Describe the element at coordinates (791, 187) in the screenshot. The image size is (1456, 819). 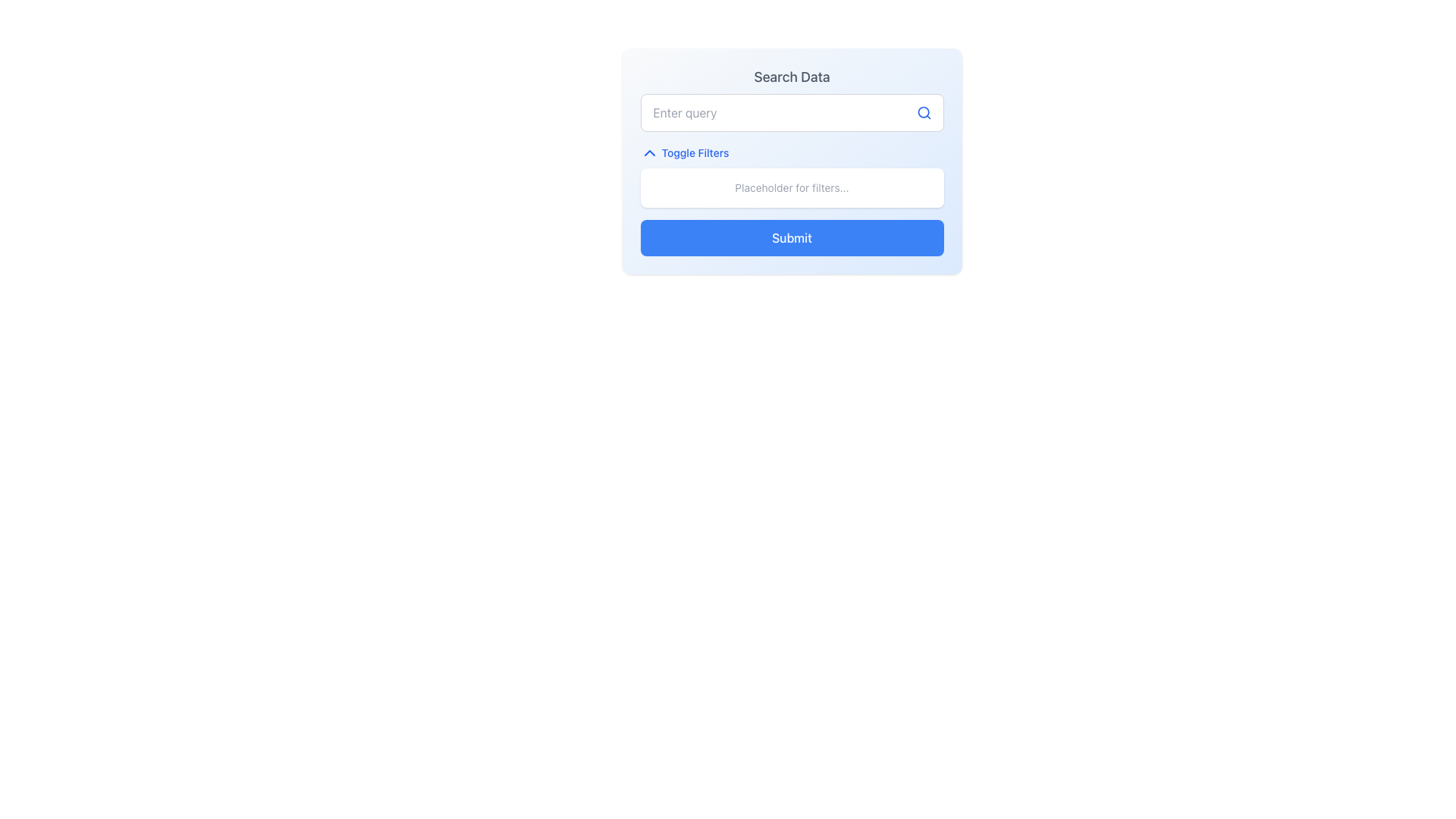
I see `the Text Label that serves as a placeholder for the content or input field related to filters, located below the 'Toggle Filters' label and above the 'Submit' button, centered horizontally within the section` at that location.